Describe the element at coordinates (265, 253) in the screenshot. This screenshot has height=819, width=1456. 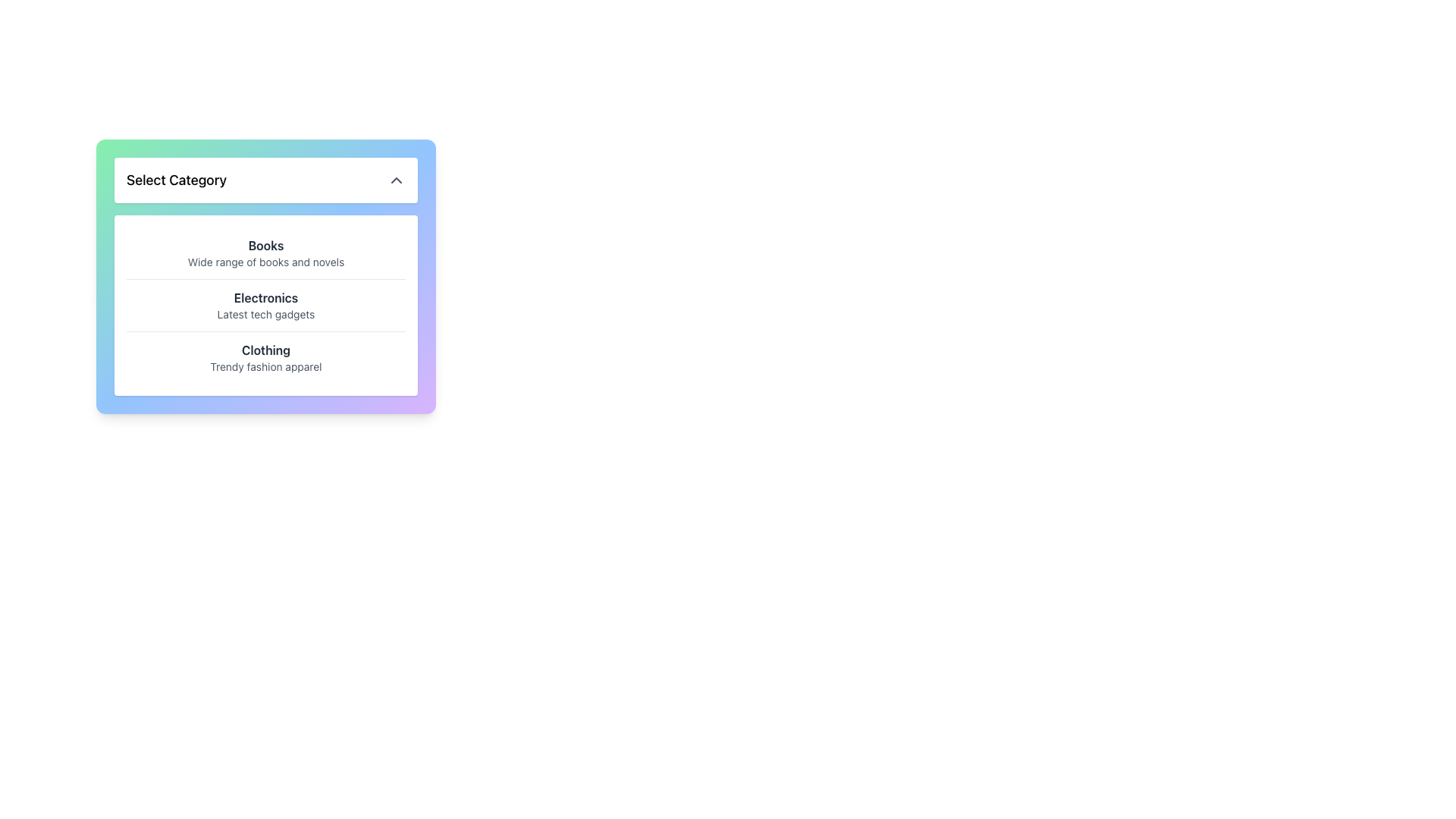
I see `the 'Books' category text element, which is a bold heading followed by a description, located beneath the 'Select Category' label in the dropdown` at that location.